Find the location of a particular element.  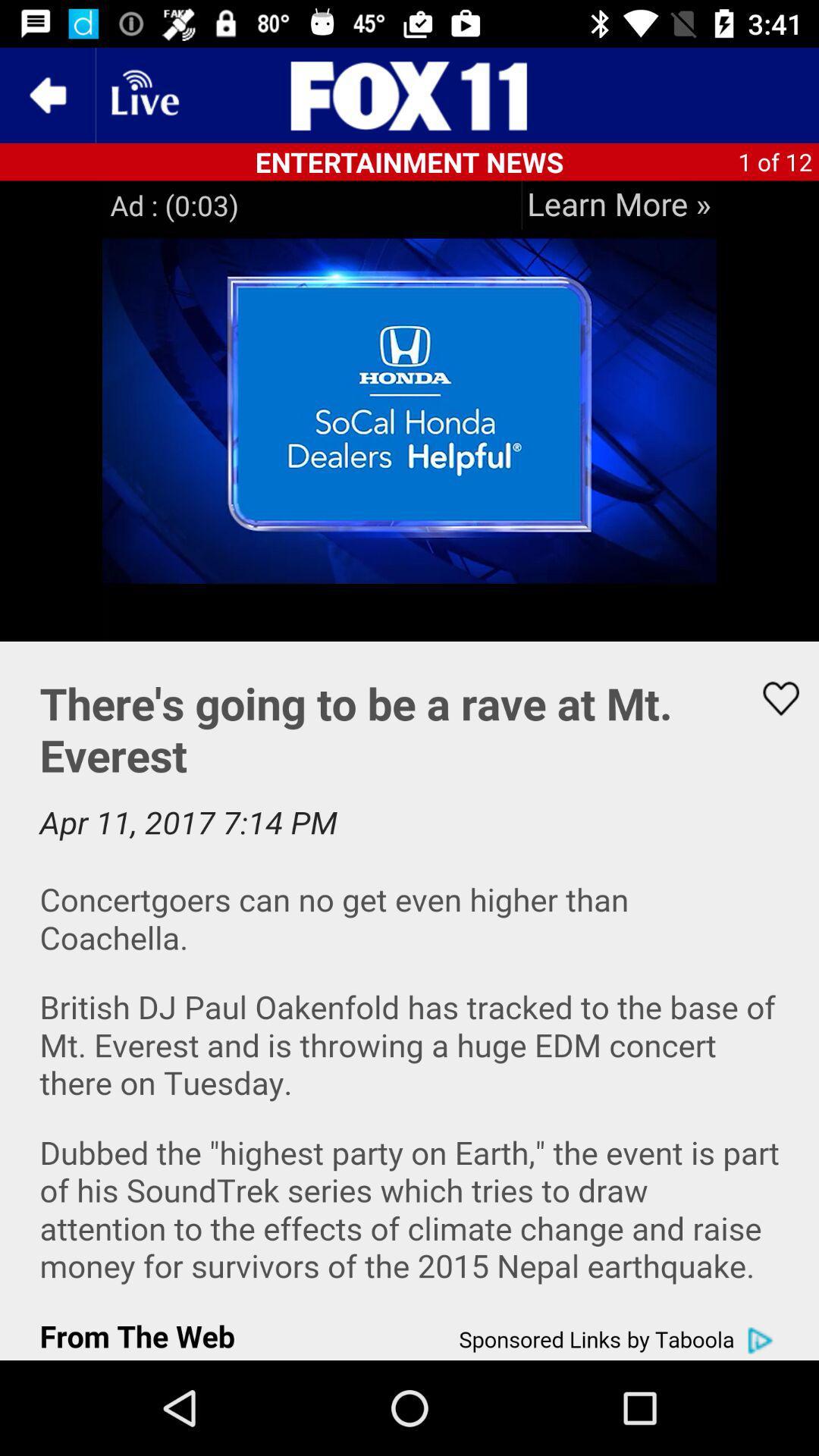

the arrow_backward icon is located at coordinates (46, 94).